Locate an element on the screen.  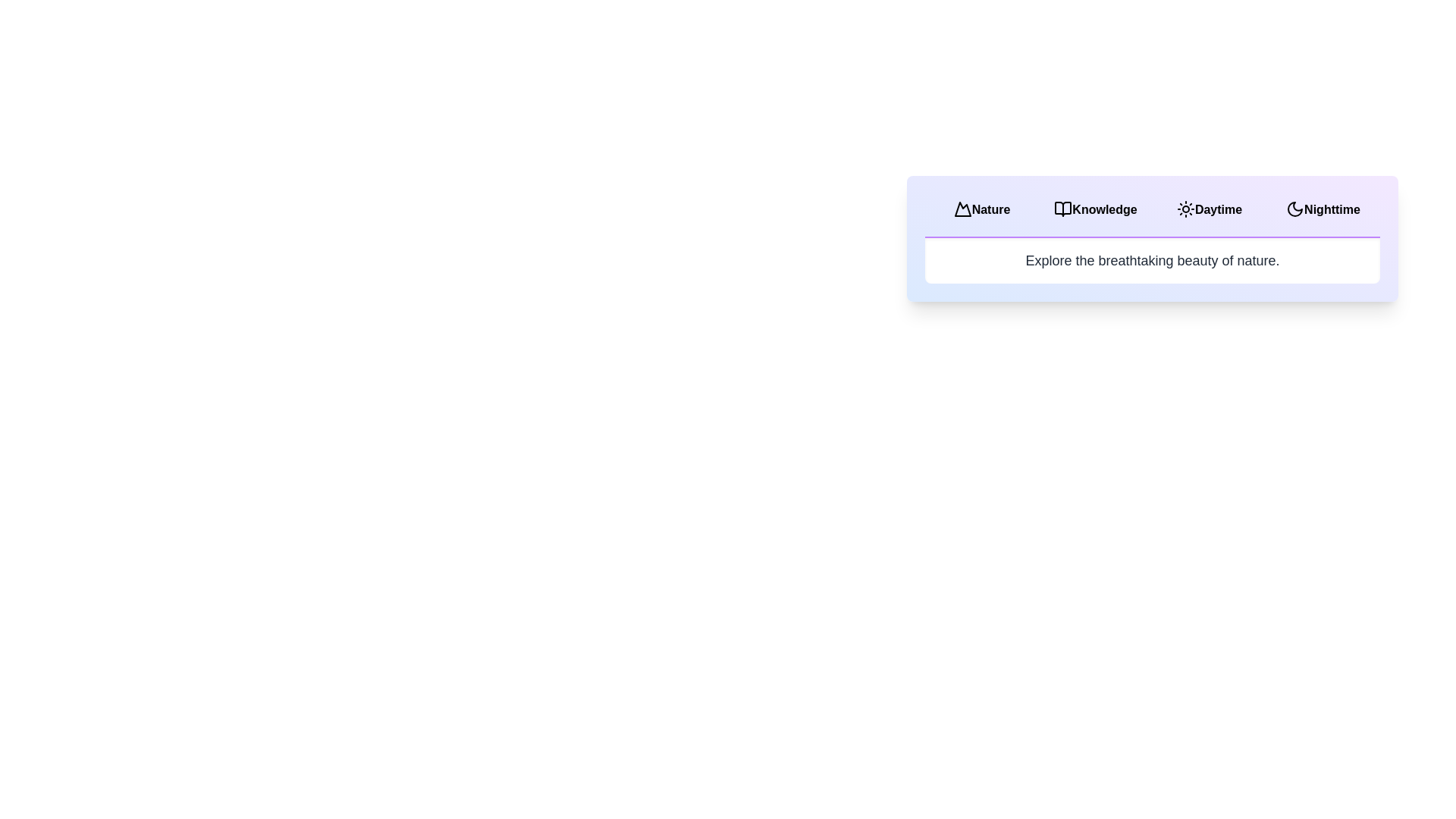
the tab labeled Knowledge to observe its visual feedback is located at coordinates (1095, 210).